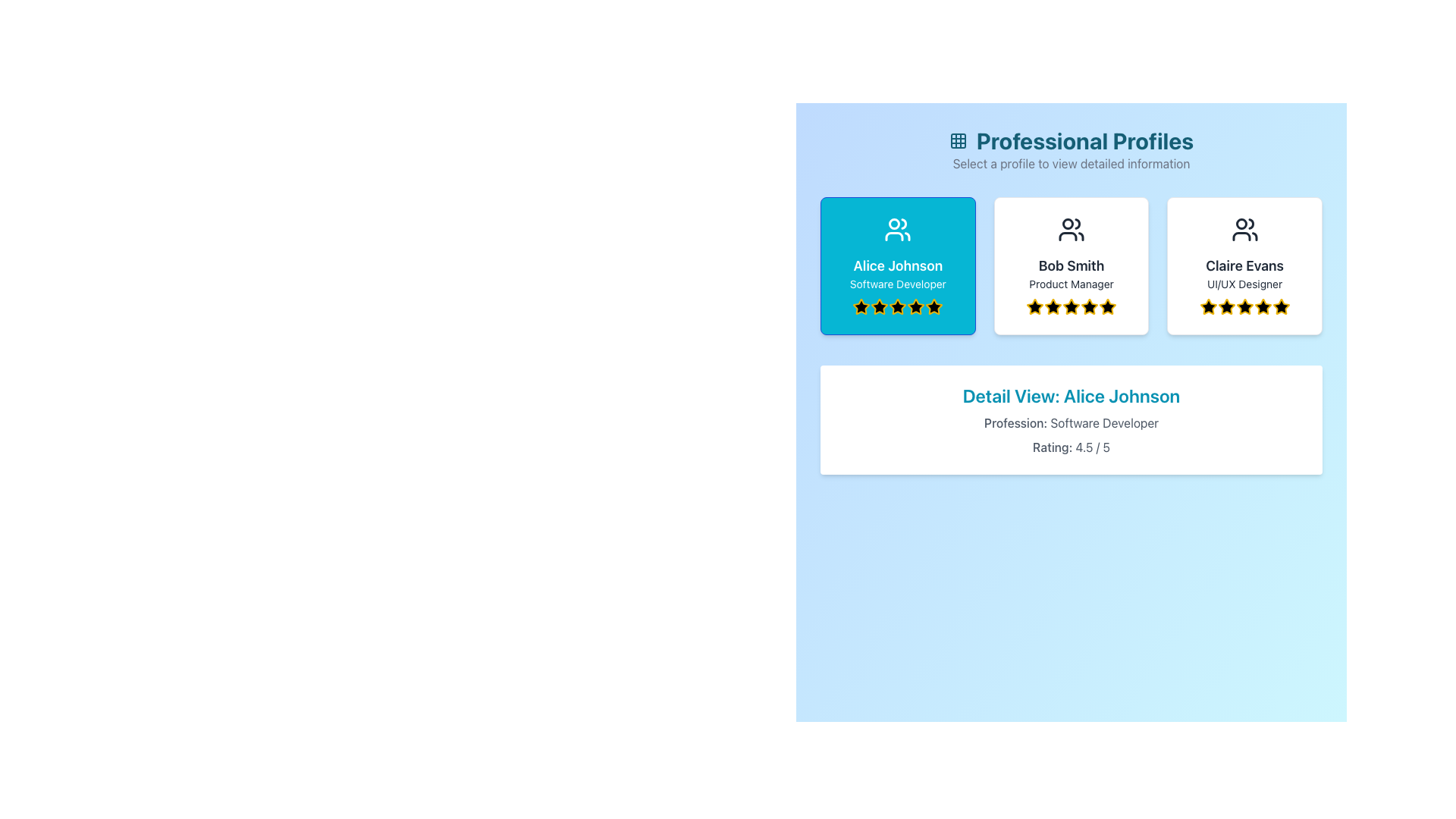 The height and width of the screenshot is (819, 1456). Describe the element at coordinates (1226, 307) in the screenshot. I see `the fourth star icon` at that location.